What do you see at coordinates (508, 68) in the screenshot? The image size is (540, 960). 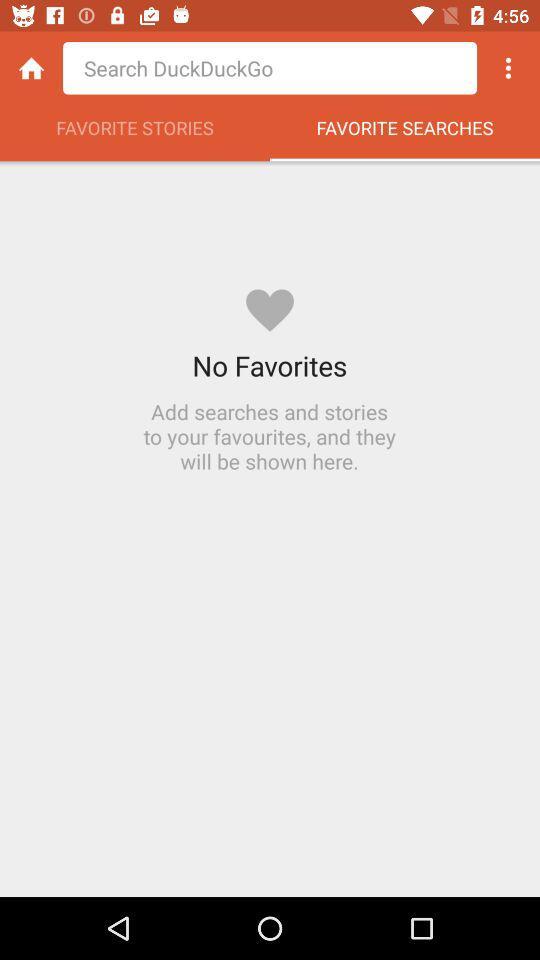 I see `the icon above the favorite searches app` at bounding box center [508, 68].